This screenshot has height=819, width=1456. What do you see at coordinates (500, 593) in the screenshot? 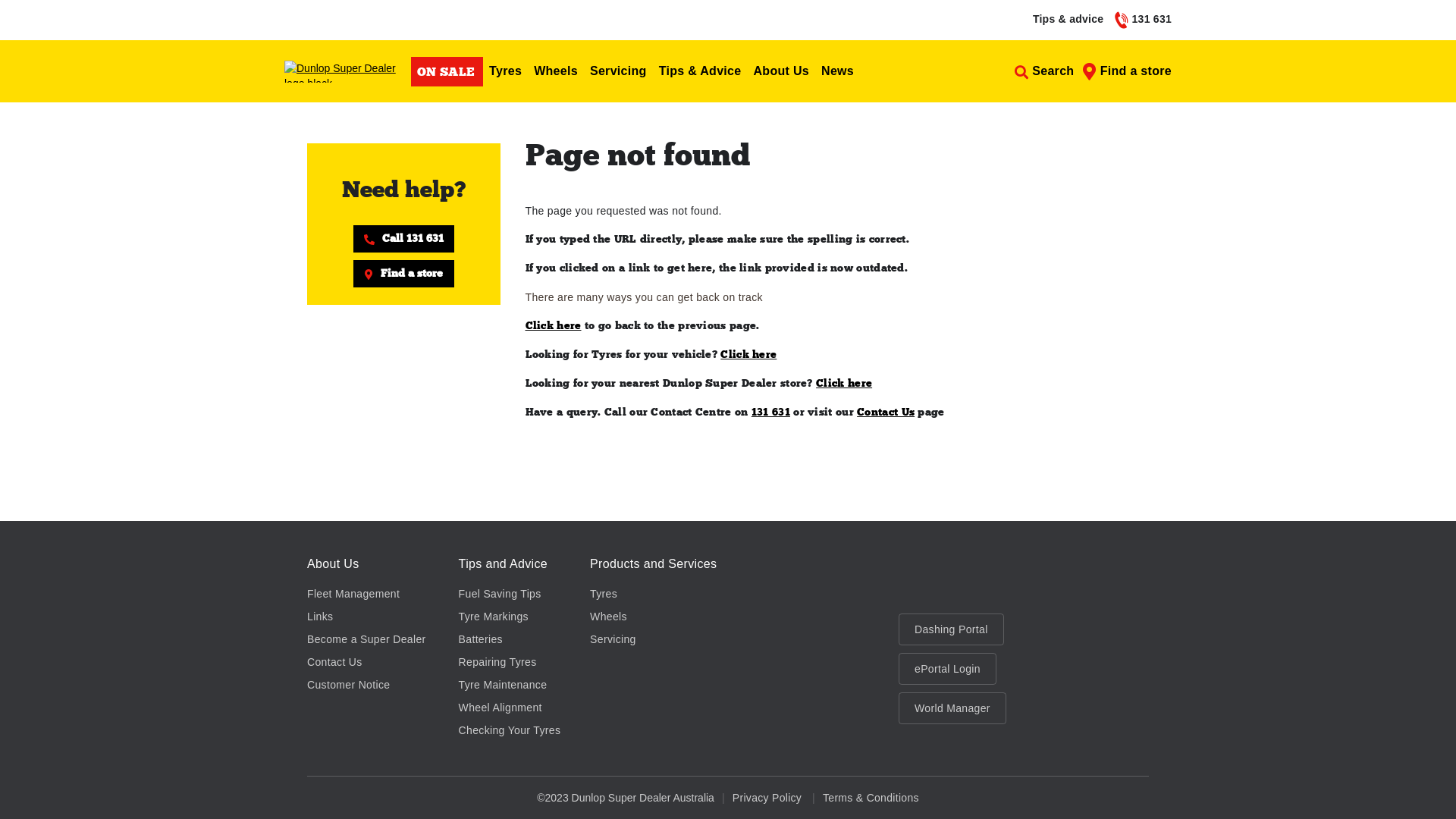
I see `'Fuel Saving Tips'` at bounding box center [500, 593].